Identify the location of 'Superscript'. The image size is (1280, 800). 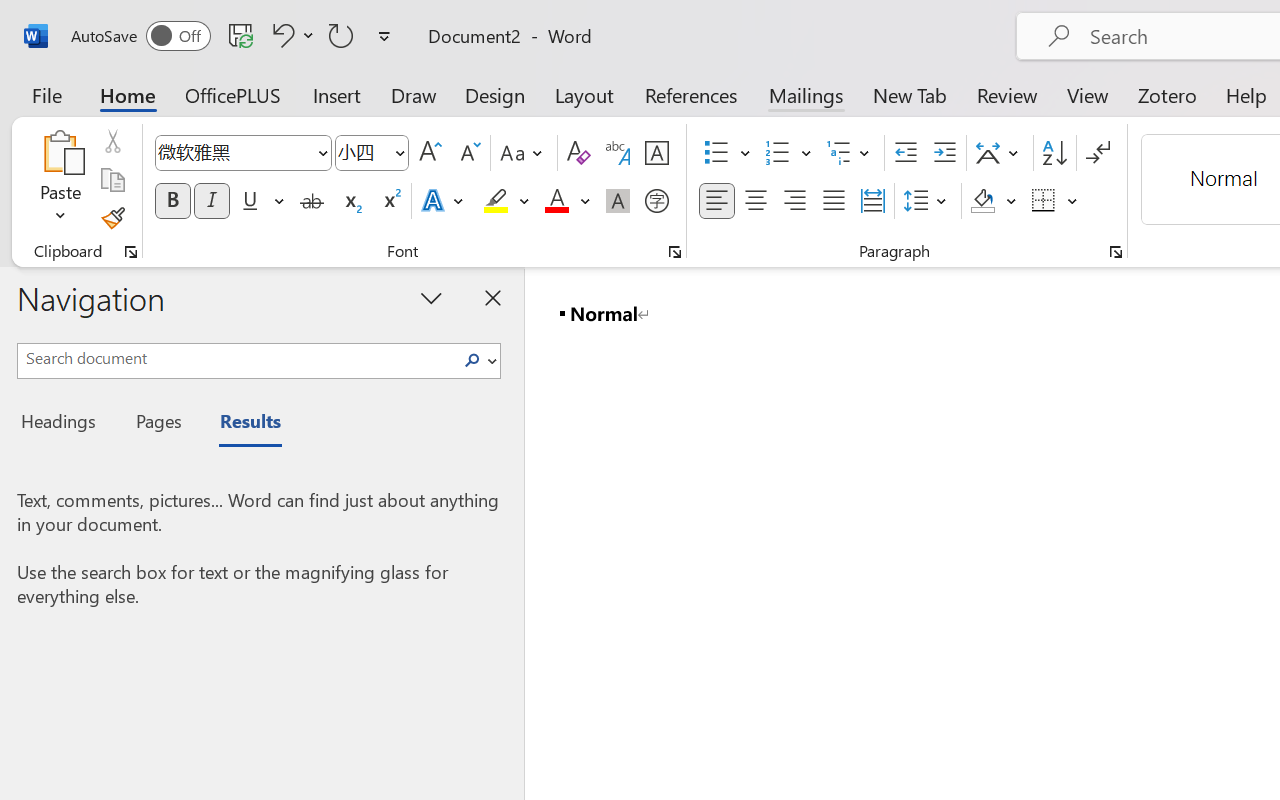
(390, 201).